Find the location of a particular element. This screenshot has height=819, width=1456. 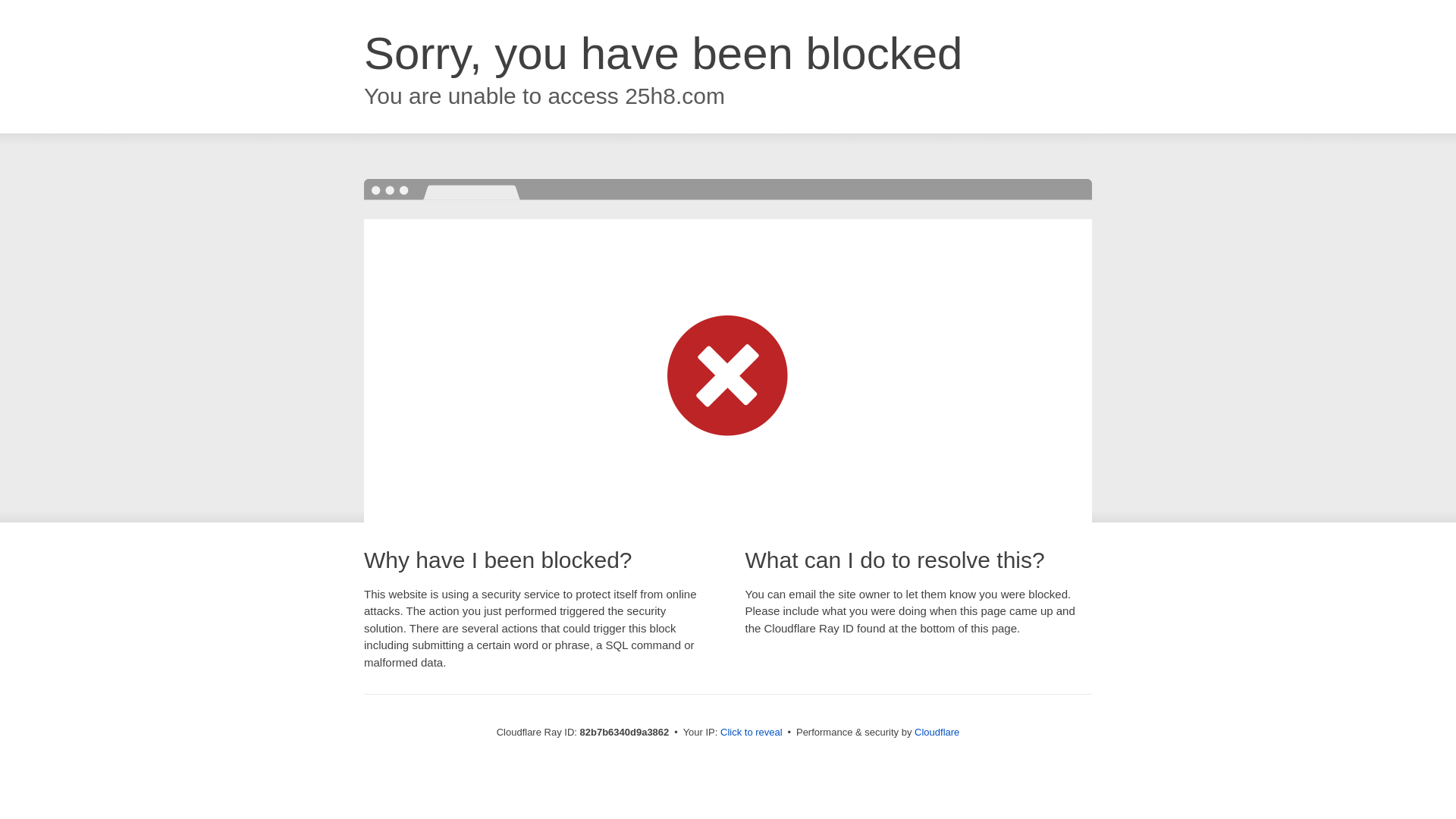

'Click to reveal' is located at coordinates (751, 731).